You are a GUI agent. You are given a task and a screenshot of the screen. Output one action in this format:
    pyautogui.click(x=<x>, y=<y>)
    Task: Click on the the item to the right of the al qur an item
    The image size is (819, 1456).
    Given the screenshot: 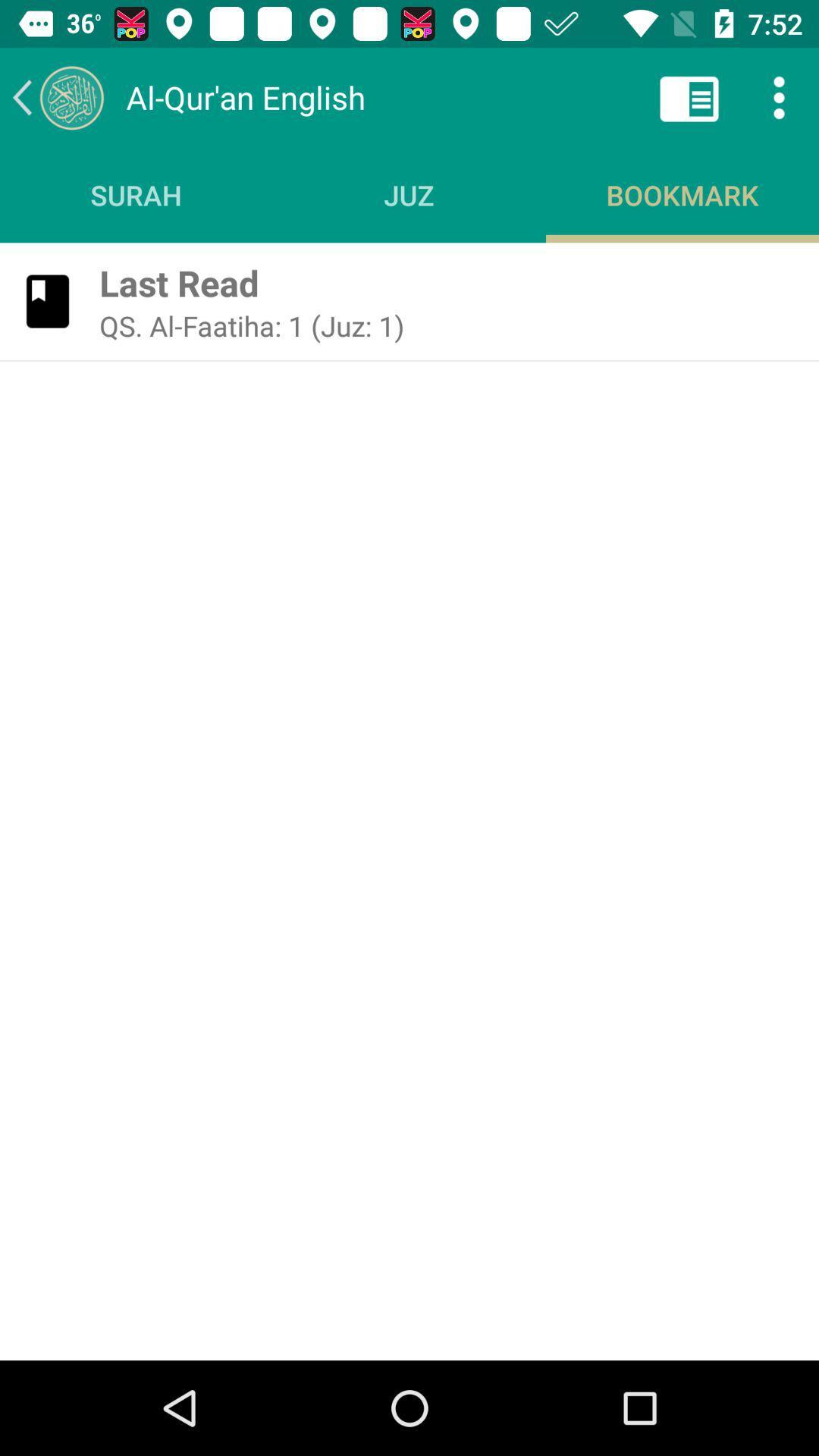 What is the action you would take?
    pyautogui.click(x=689, y=96)
    